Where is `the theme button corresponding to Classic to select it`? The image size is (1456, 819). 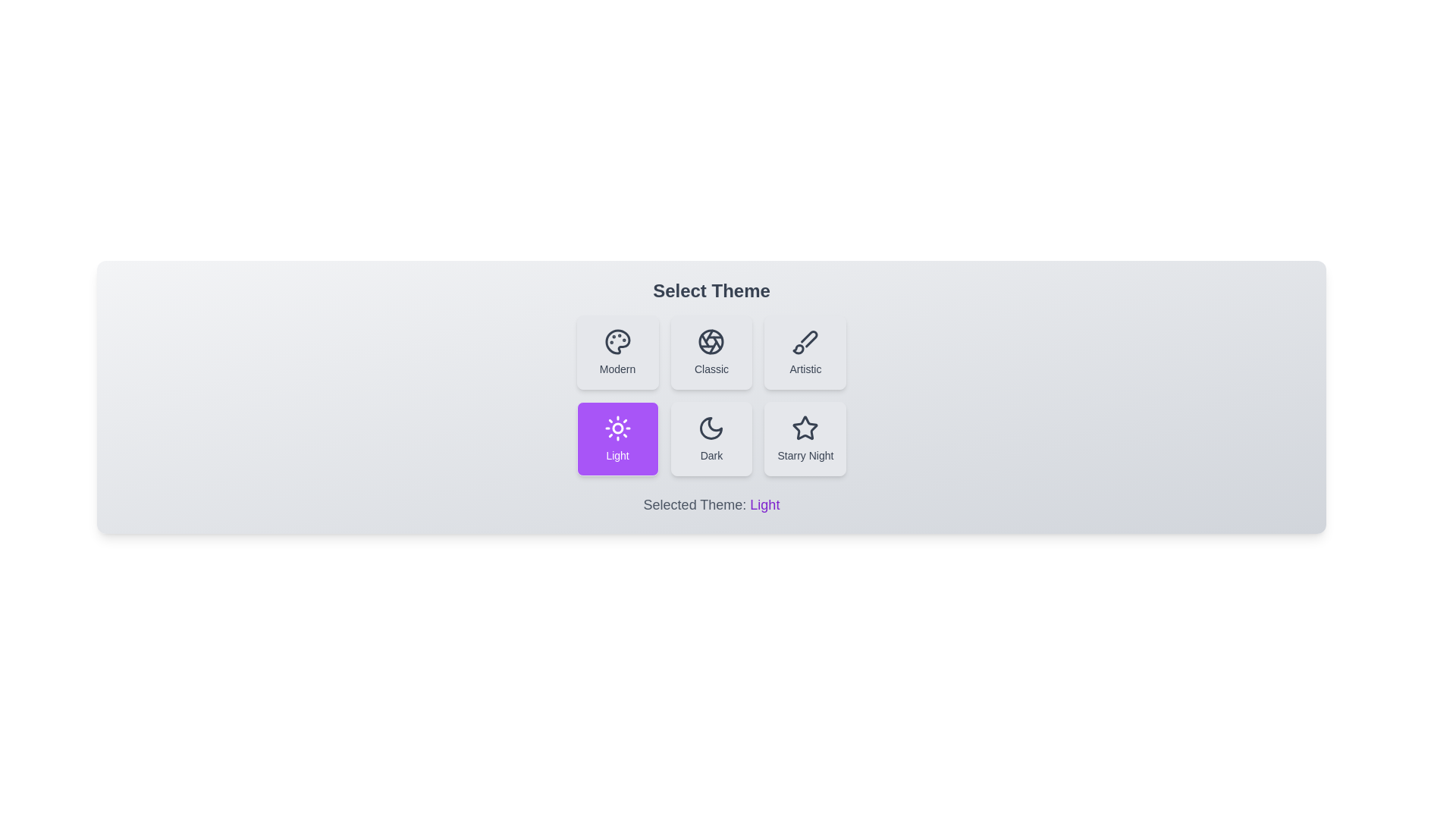
the theme button corresponding to Classic to select it is located at coordinates (711, 353).